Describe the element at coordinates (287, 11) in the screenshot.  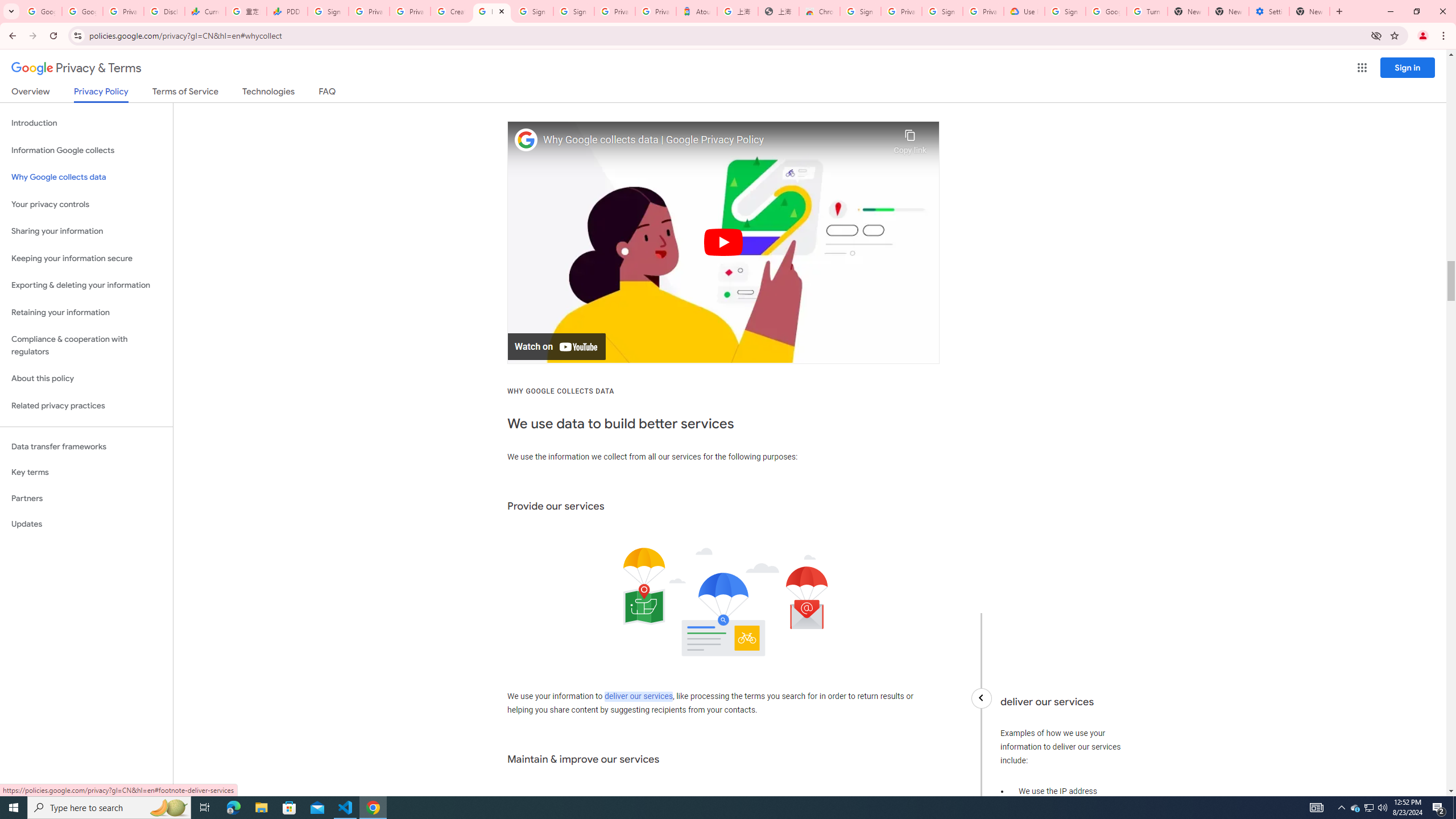
I see `'PDD Holdings Inc - ADR (PDD) Price & News - Google Finance'` at that location.